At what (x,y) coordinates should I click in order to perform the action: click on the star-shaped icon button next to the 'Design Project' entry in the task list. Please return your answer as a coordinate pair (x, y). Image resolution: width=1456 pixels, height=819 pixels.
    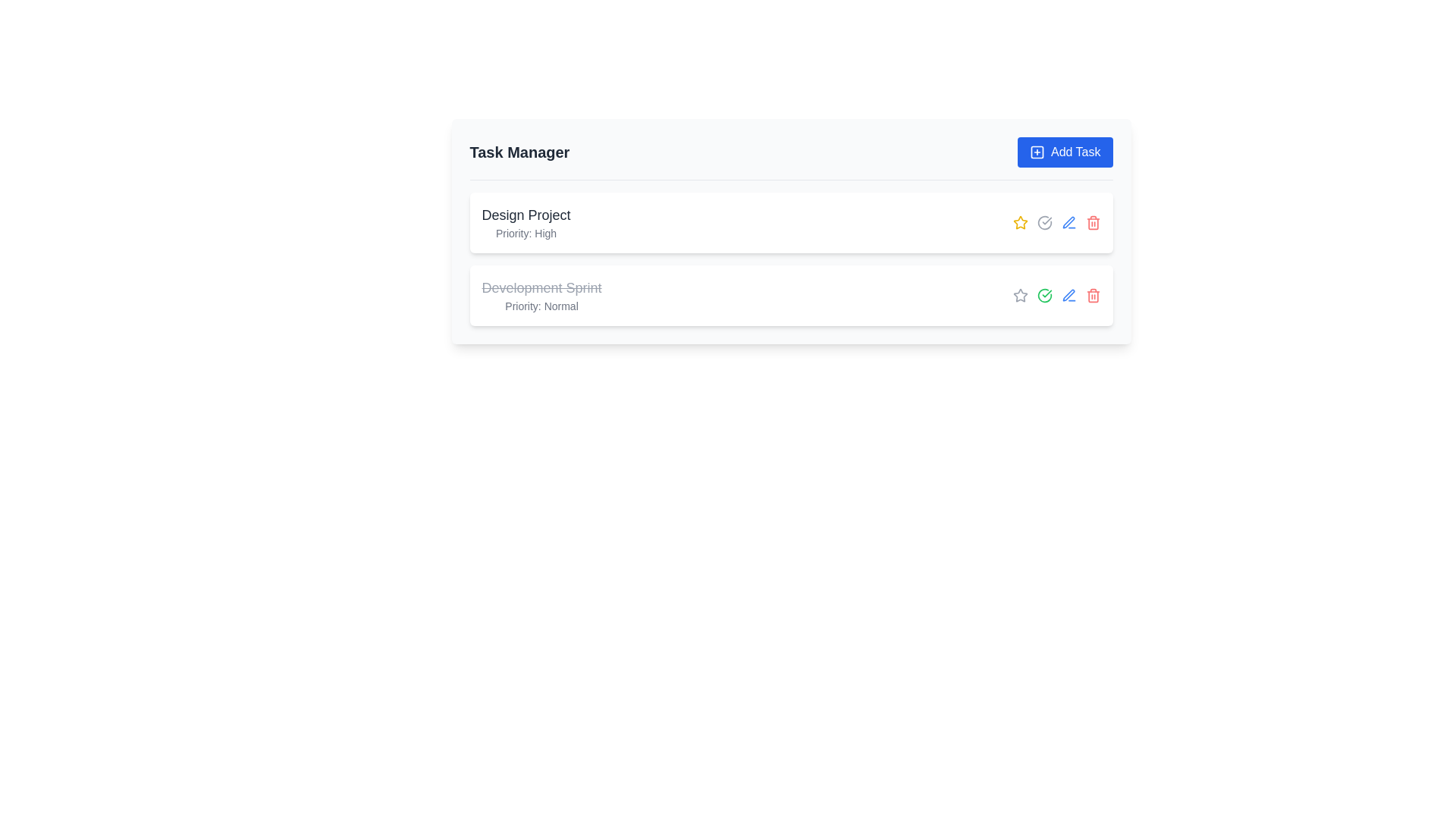
    Looking at the image, I should click on (1020, 295).